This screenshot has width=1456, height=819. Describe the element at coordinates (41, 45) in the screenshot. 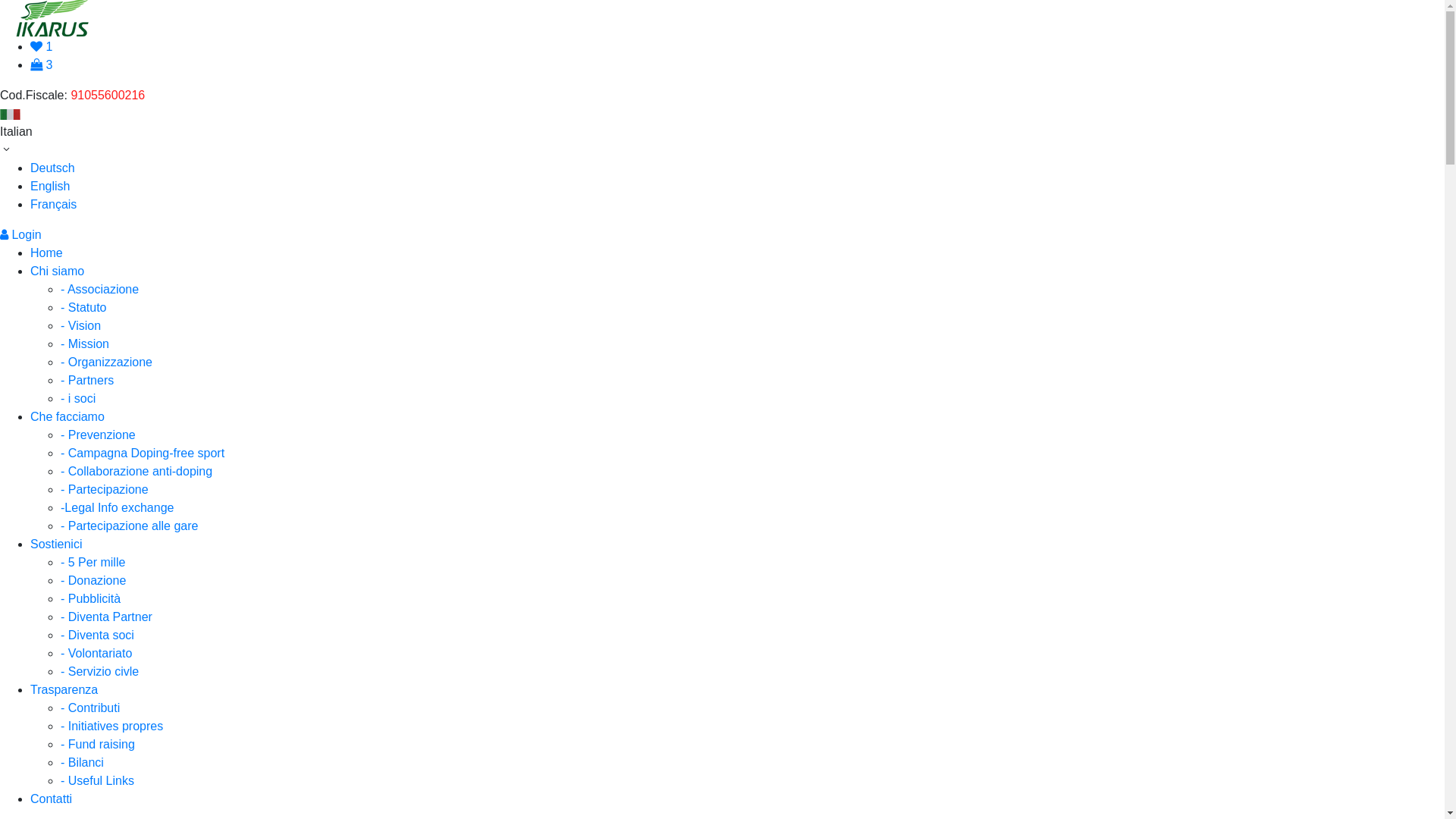

I see `'1'` at that location.